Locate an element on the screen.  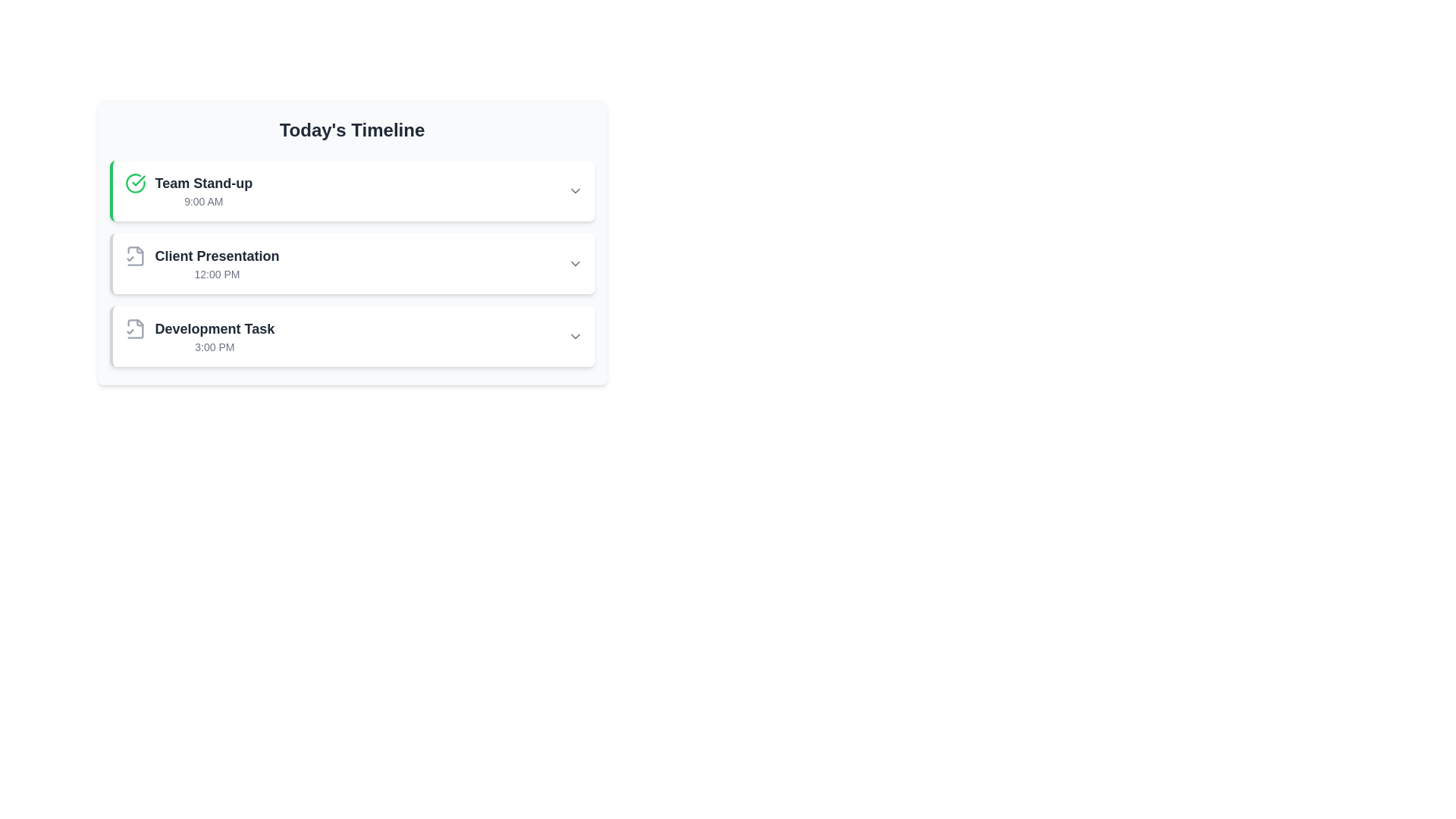
the header text element that reads 'Today's Timeline', which is bold, large, dark gray, and centrally aligned at the top of the scheduling panel is located at coordinates (351, 130).